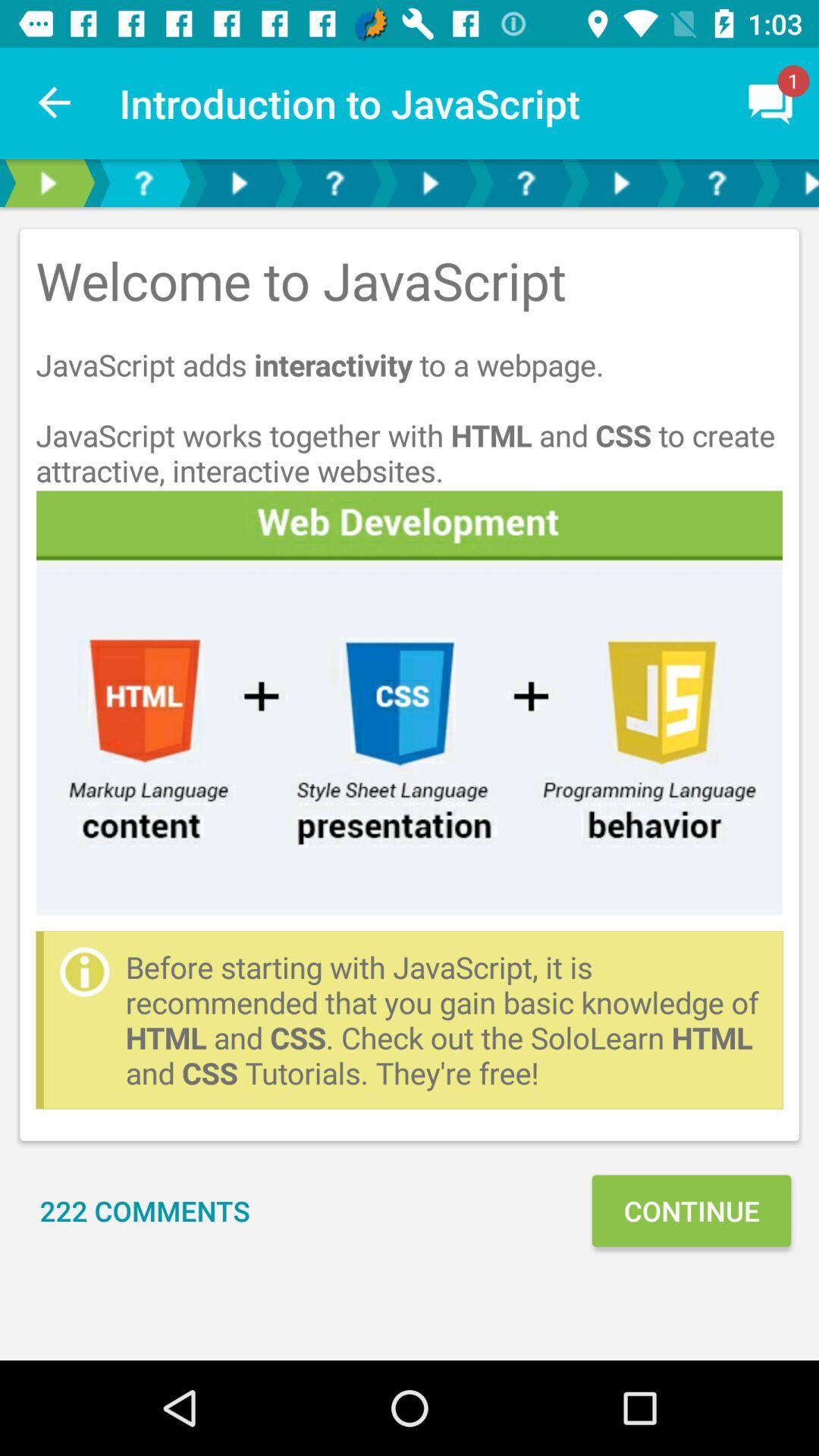 This screenshot has width=819, height=1456. What do you see at coordinates (691, 1210) in the screenshot?
I see `the continue at the bottom right corner` at bounding box center [691, 1210].